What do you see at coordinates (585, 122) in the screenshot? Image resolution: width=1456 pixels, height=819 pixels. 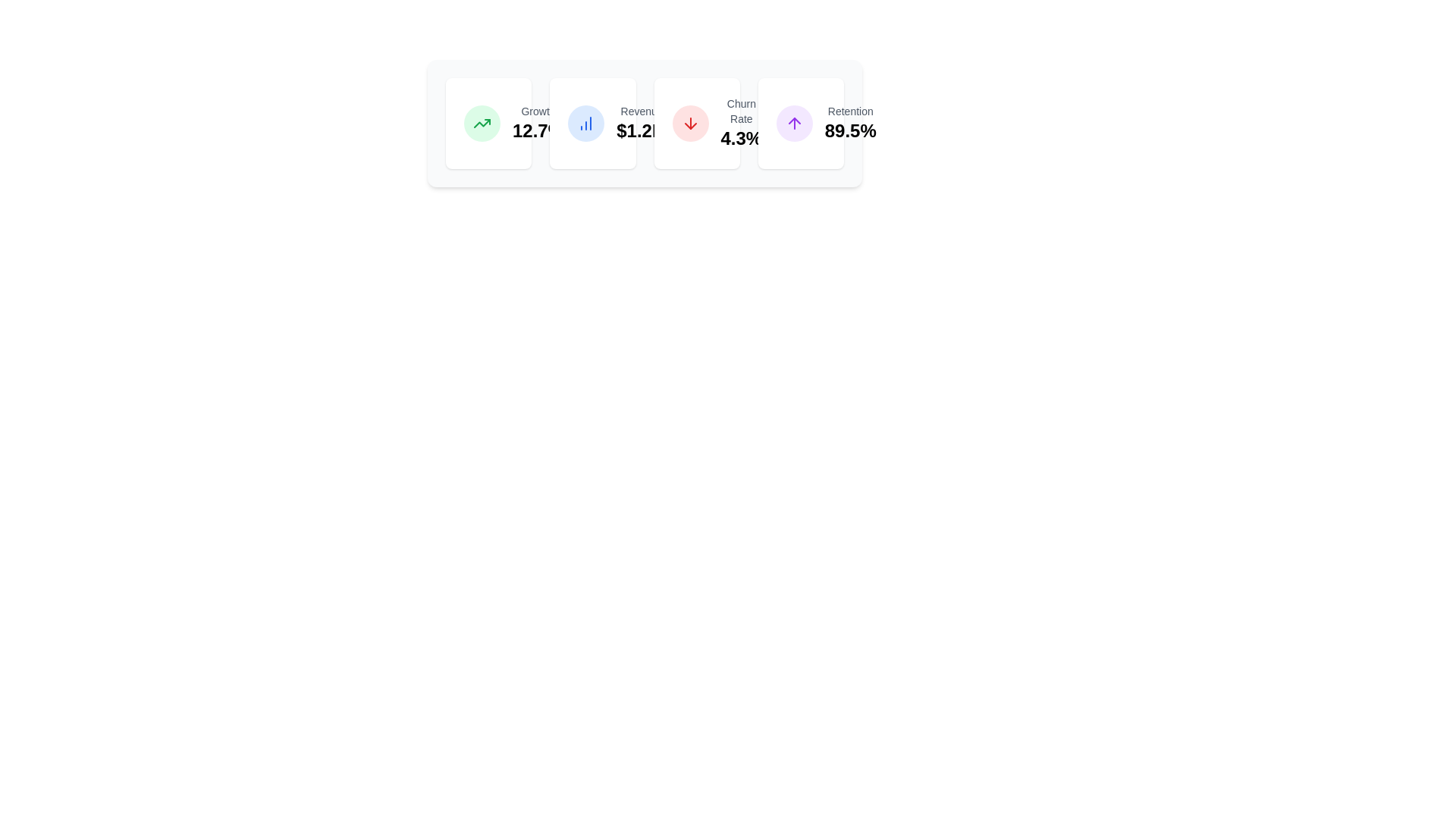 I see `the circular revenue icon located to the left of the text '$1.2M' in the second card from the left` at bounding box center [585, 122].